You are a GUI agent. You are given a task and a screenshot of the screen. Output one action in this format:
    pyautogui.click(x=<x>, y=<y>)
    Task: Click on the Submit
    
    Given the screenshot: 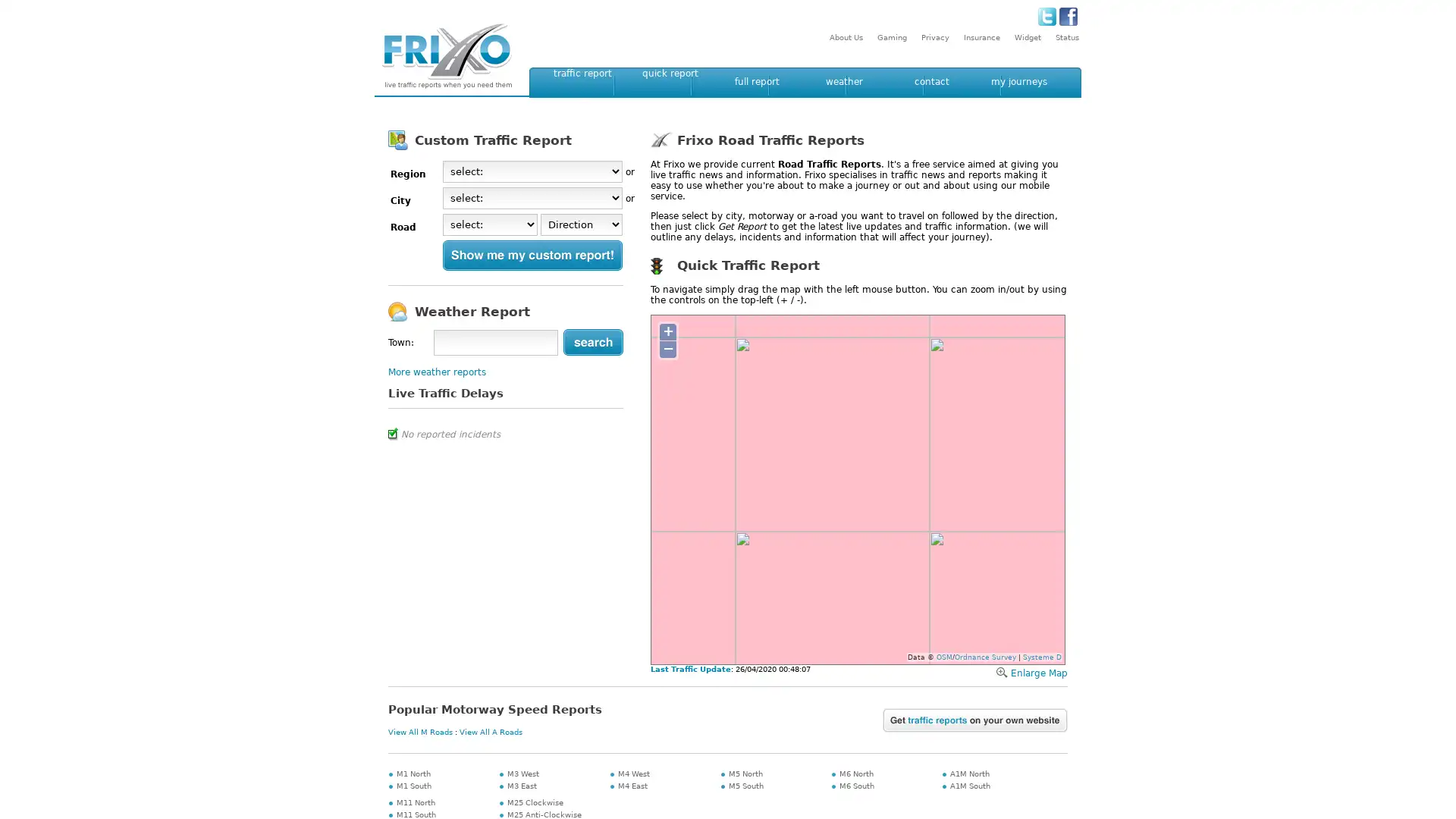 What is the action you would take?
    pyautogui.click(x=532, y=254)
    